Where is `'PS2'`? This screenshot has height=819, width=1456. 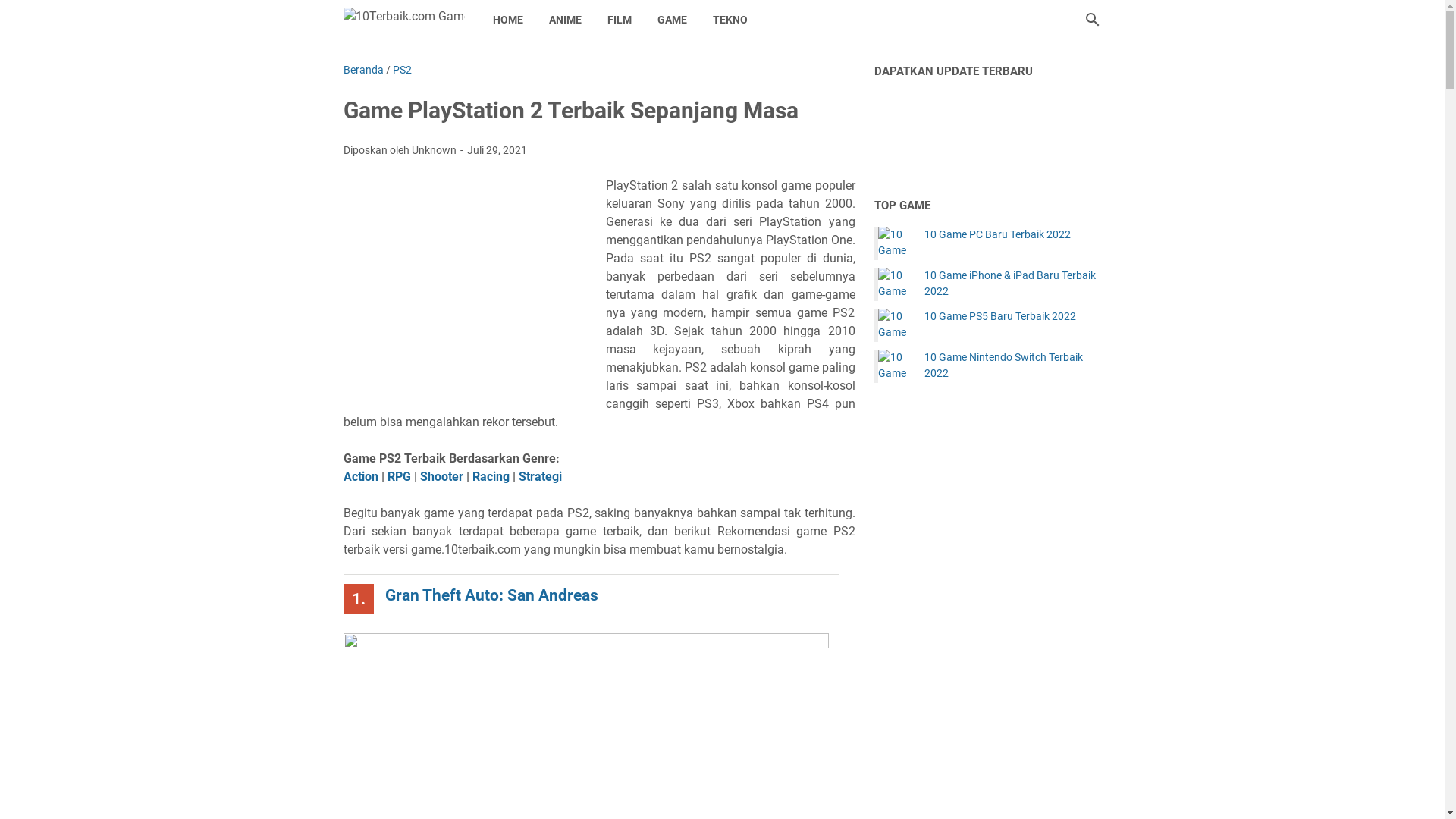 'PS2' is located at coordinates (402, 70).